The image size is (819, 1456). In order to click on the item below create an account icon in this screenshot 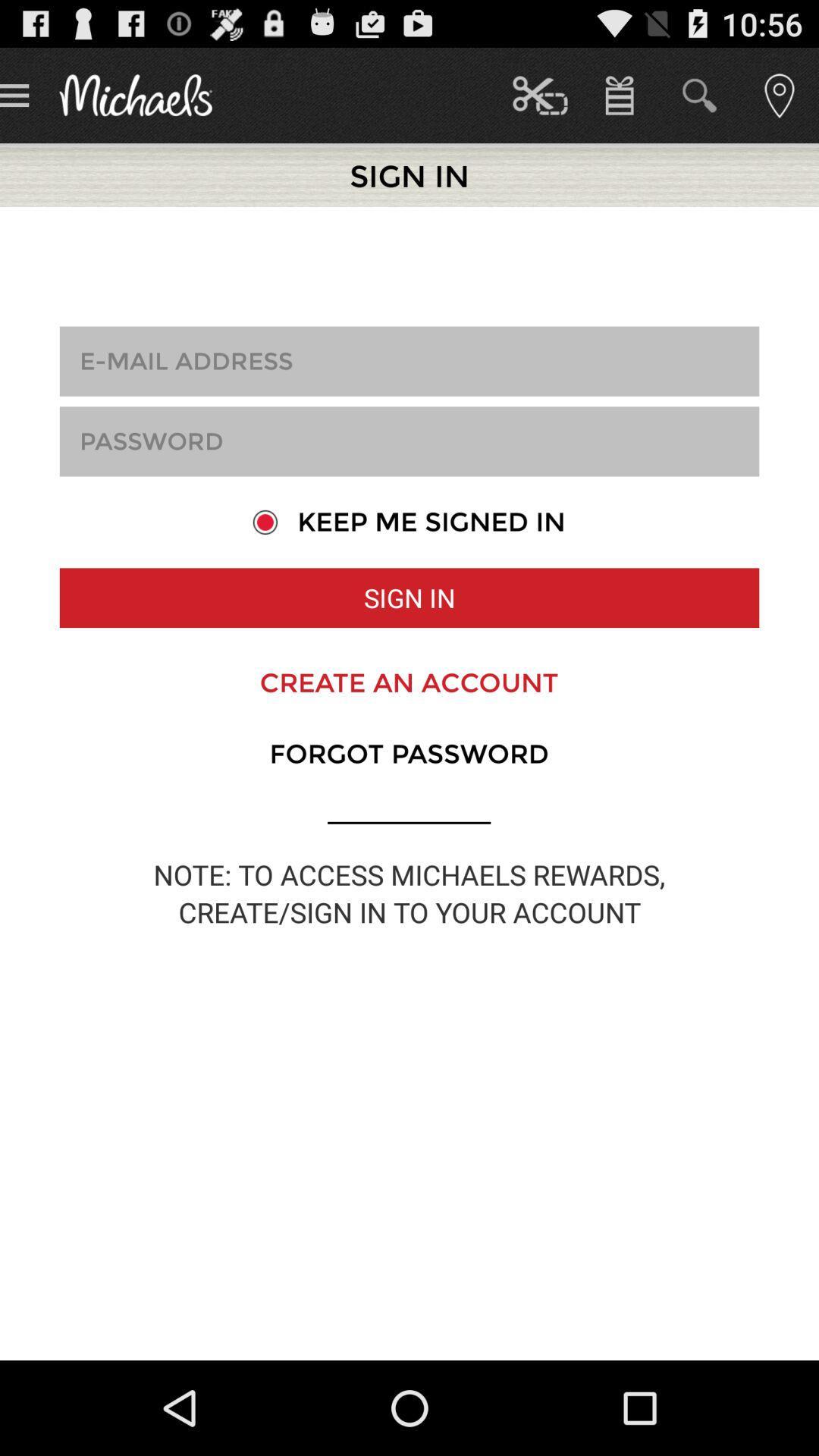, I will do `click(408, 754)`.